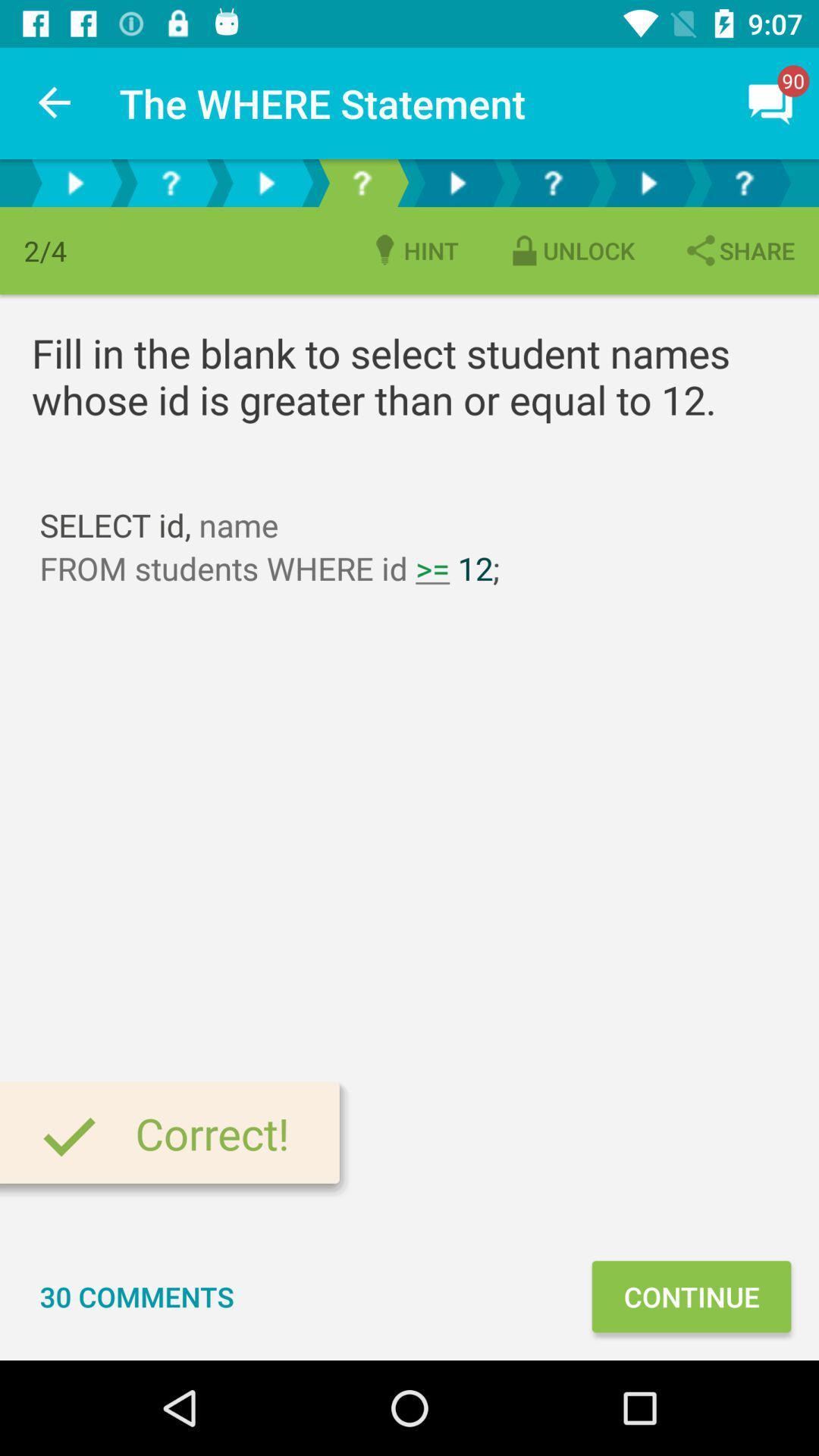 The height and width of the screenshot is (1456, 819). I want to click on the help icon, so click(170, 182).